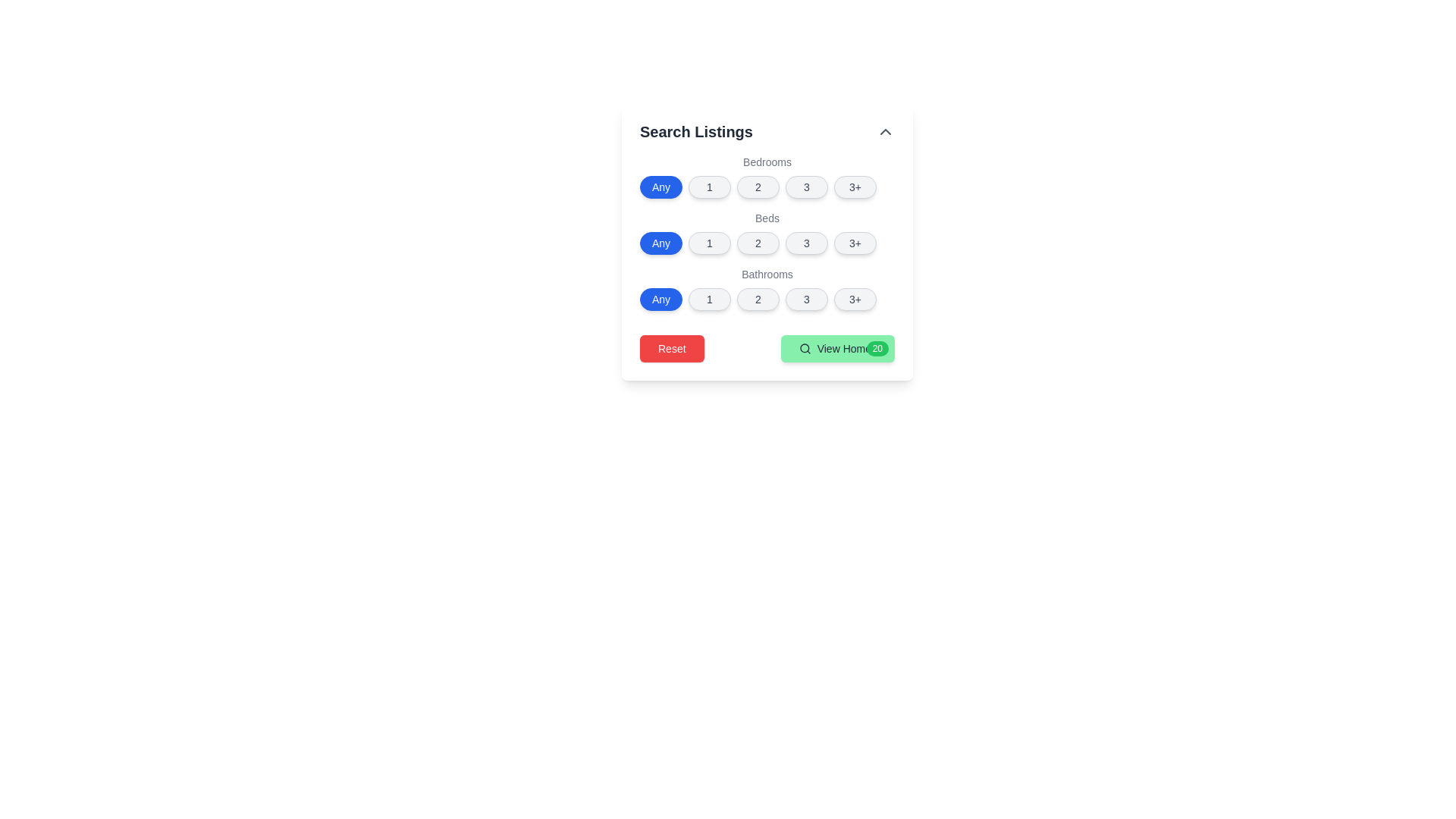 The height and width of the screenshot is (819, 1456). What do you see at coordinates (661, 299) in the screenshot?
I see `the first button in the third row of buttons labeled 'Bathrooms' in the 'Search Listings' dialog` at bounding box center [661, 299].